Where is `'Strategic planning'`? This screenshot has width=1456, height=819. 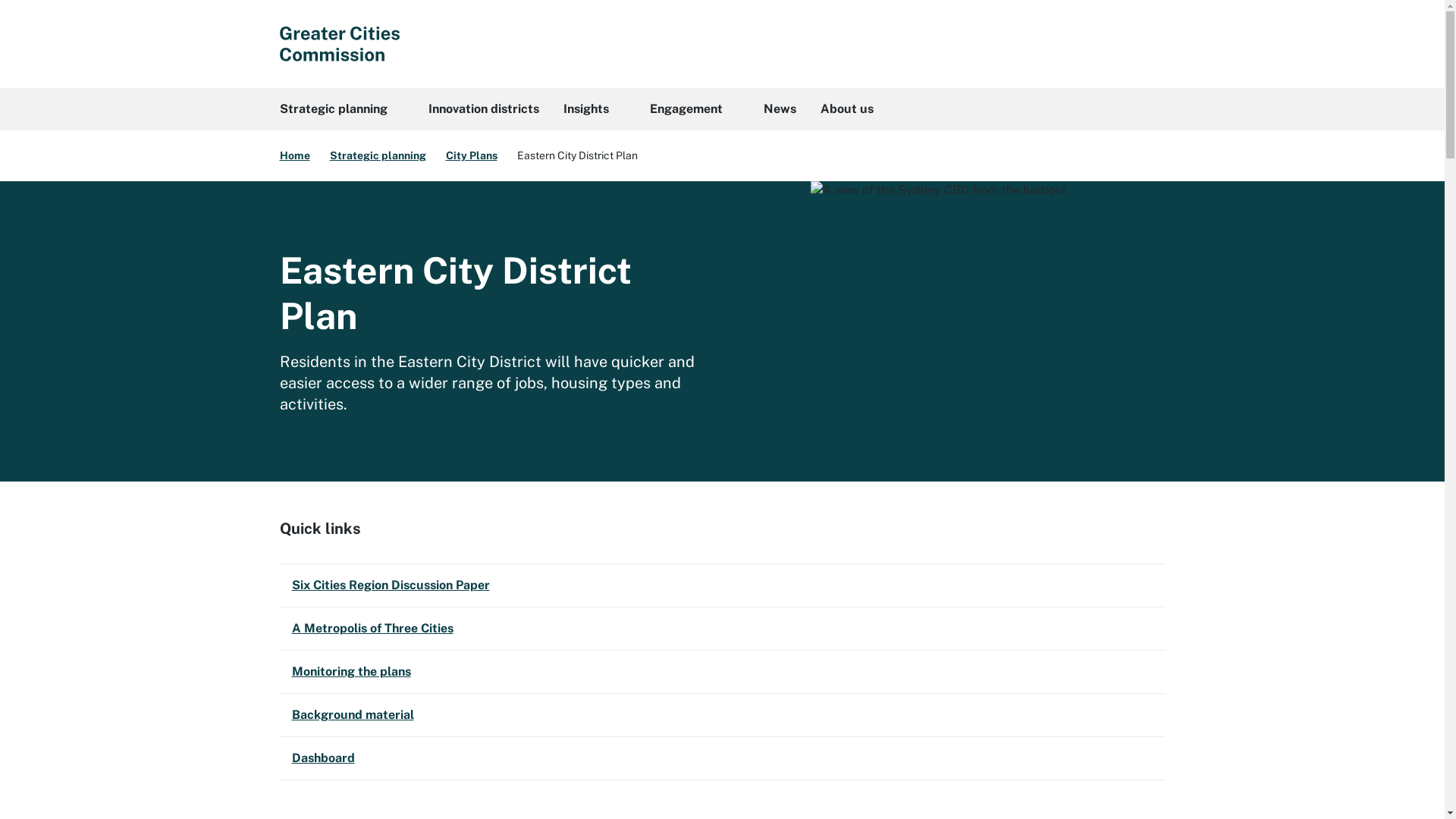 'Strategic planning' is located at coordinates (377, 155).